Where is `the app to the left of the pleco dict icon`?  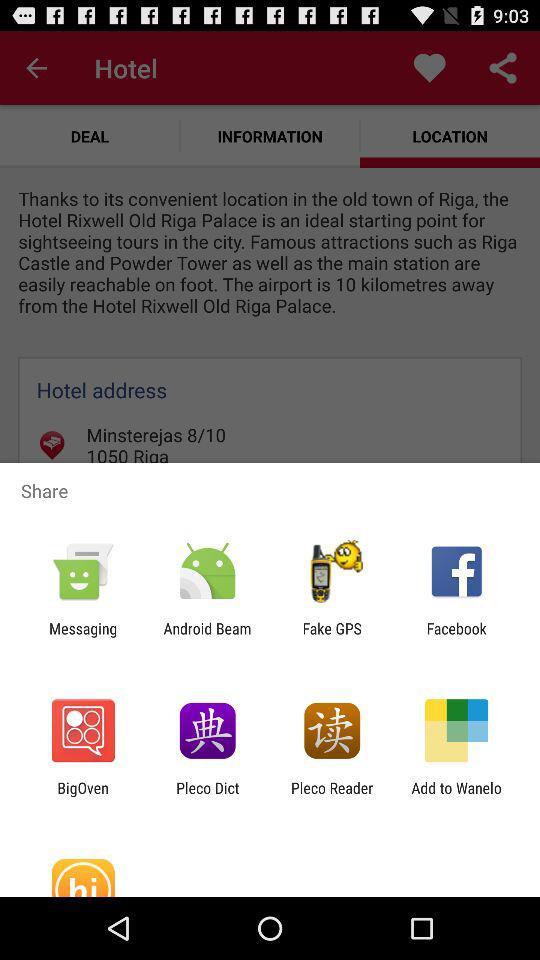
the app to the left of the pleco dict icon is located at coordinates (82, 796).